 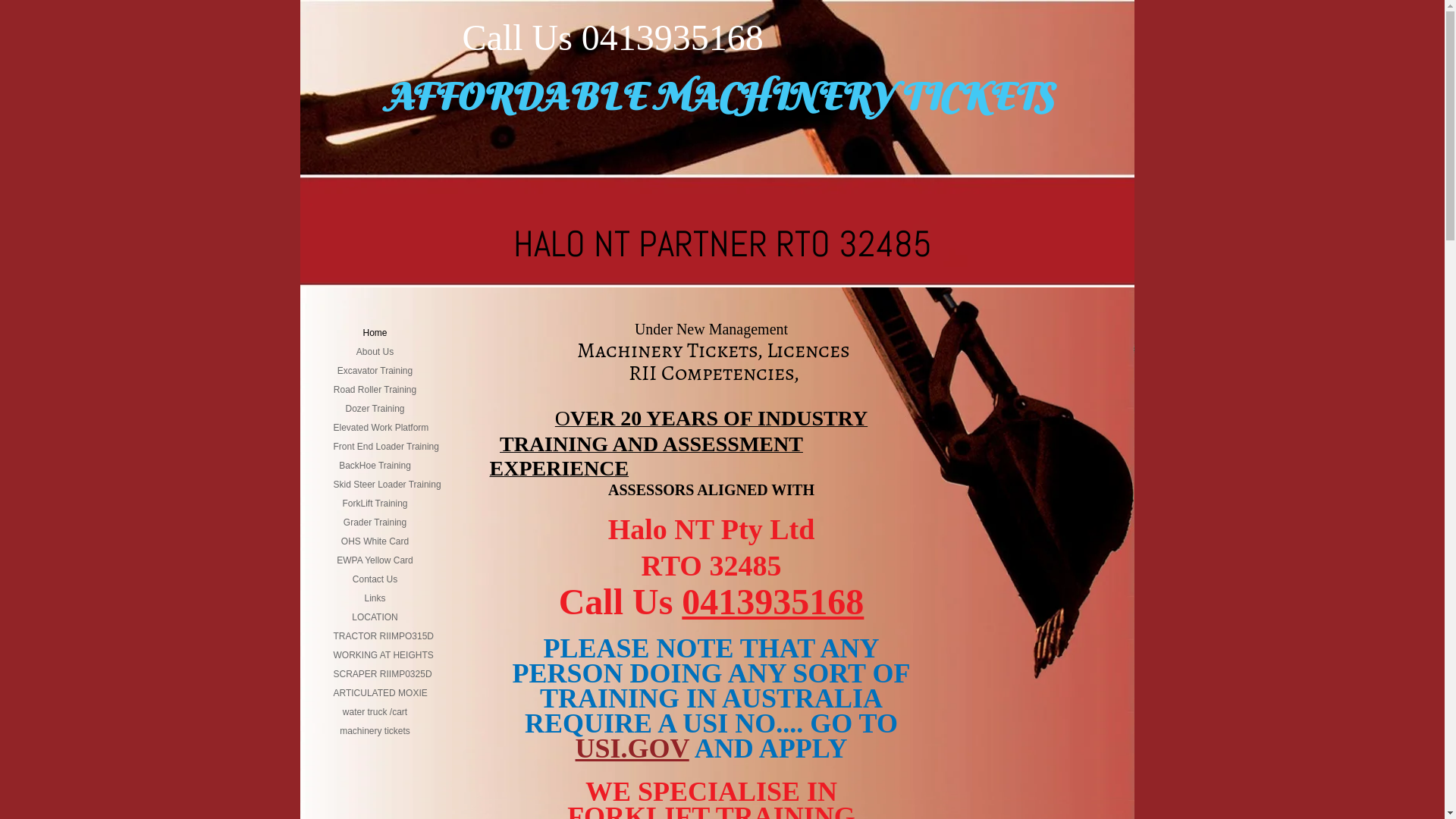 What do you see at coordinates (334, 503) in the screenshot?
I see `'ForkLift Training'` at bounding box center [334, 503].